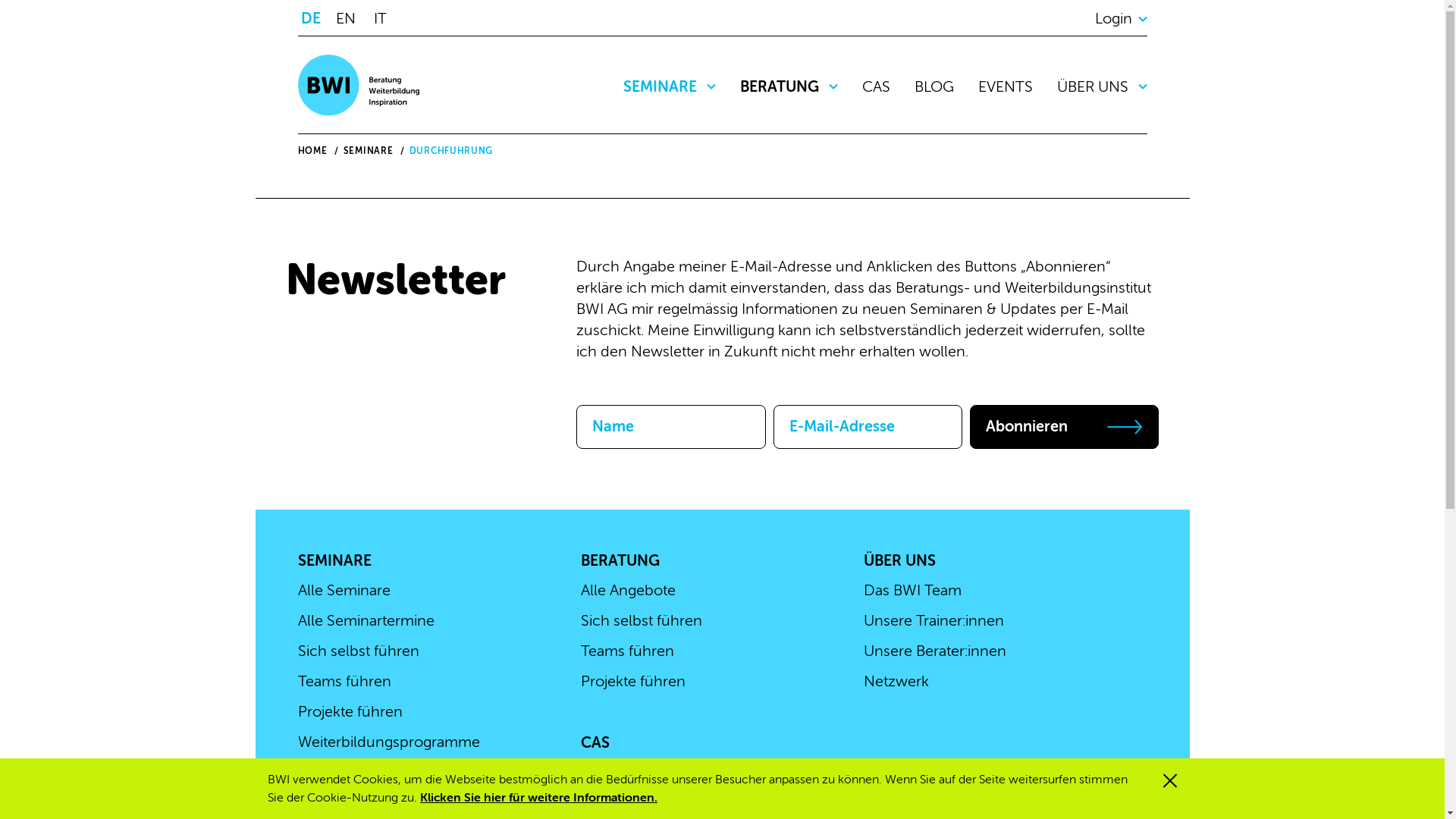 The image size is (1456, 819). Describe the element at coordinates (297, 589) in the screenshot. I see `'Alle Seminare'` at that location.